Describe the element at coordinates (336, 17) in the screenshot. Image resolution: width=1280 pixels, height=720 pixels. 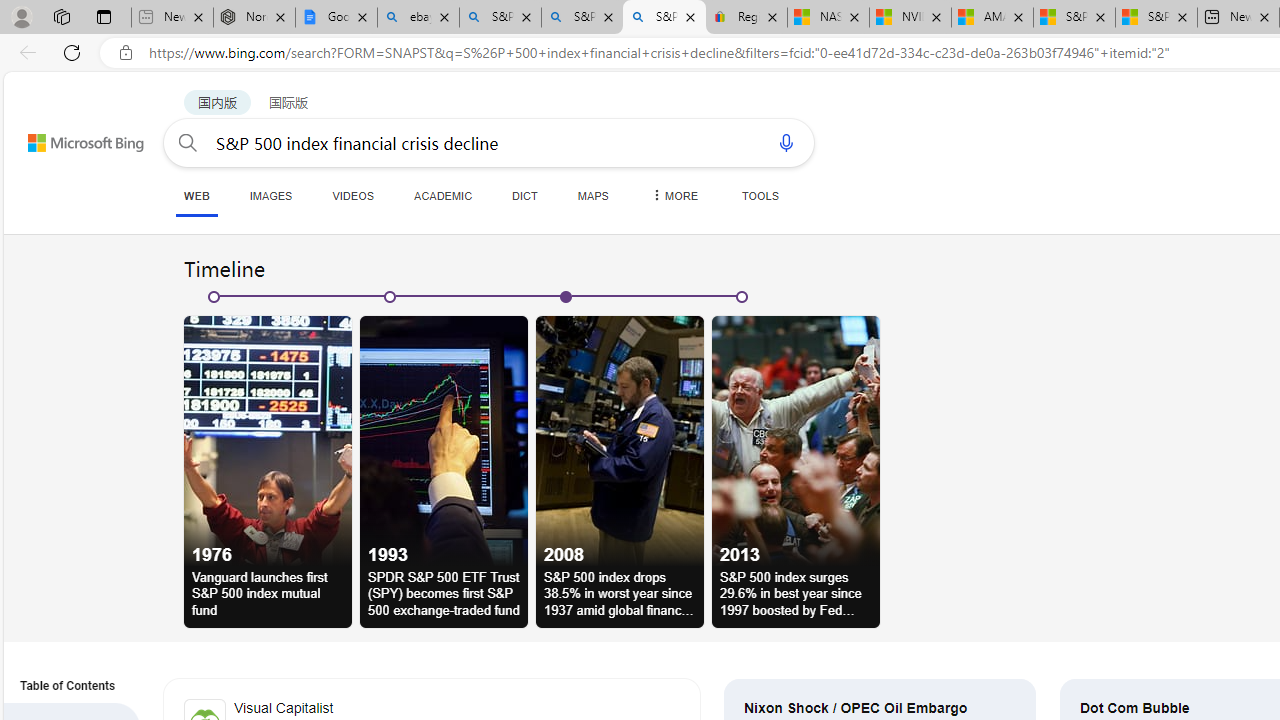
I see `'Google Docs: Online Document Editor | Google Workspace'` at that location.